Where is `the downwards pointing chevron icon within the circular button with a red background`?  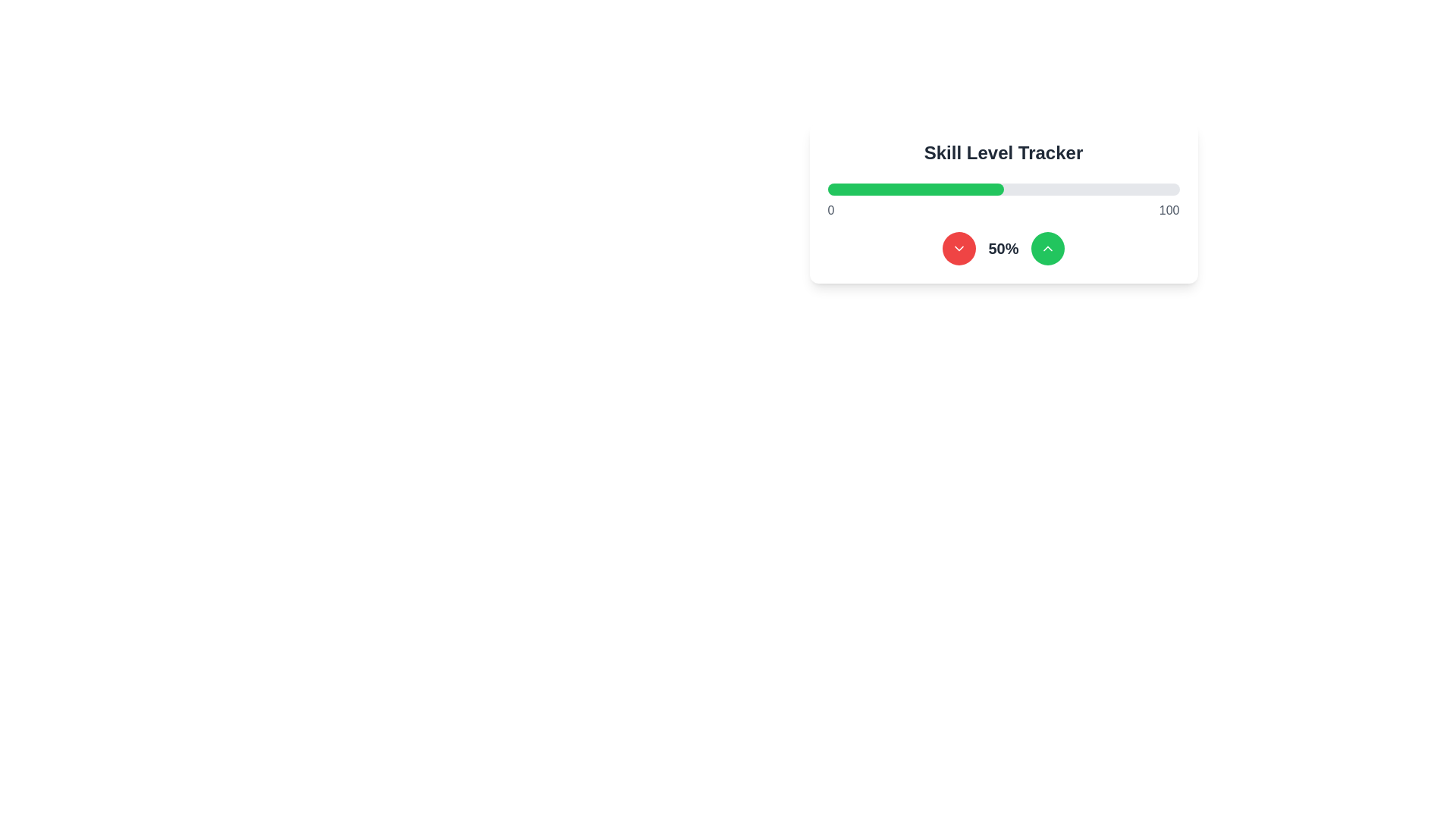 the downwards pointing chevron icon within the circular button with a red background is located at coordinates (959, 247).